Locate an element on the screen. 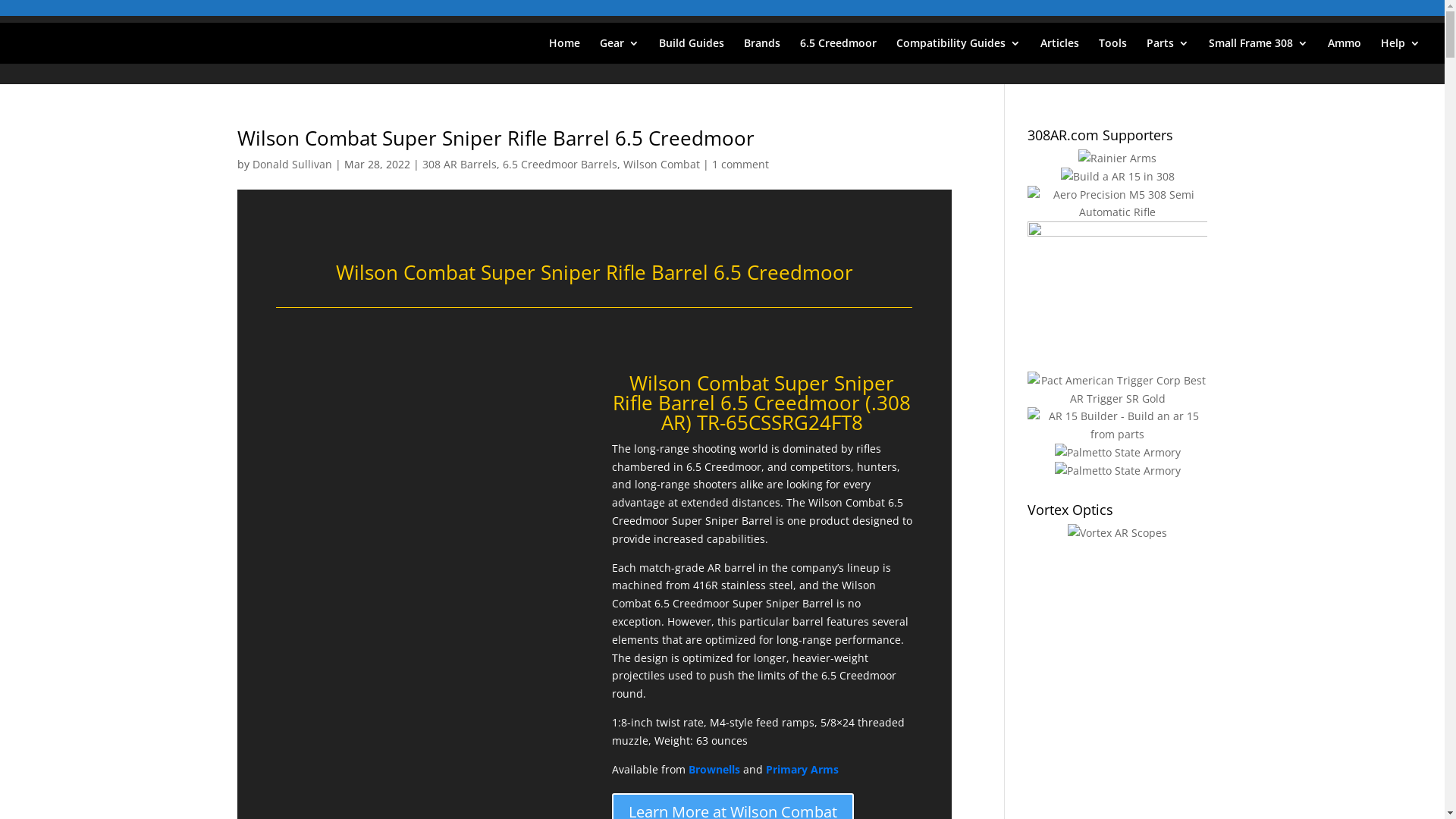 The height and width of the screenshot is (819, 1456). 'Ammo' is located at coordinates (1344, 49).